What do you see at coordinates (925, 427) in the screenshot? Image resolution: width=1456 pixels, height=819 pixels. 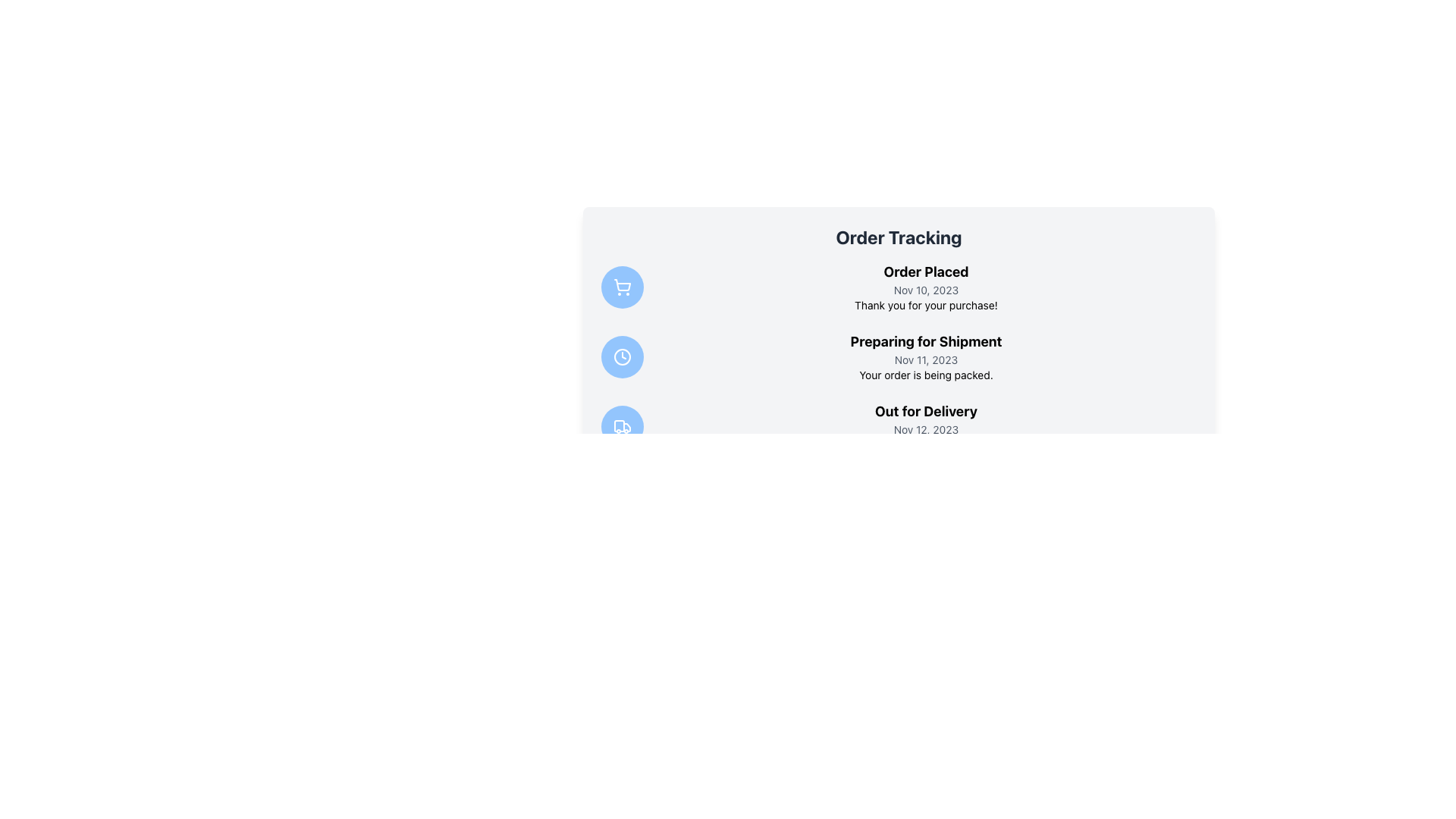 I see `delivery information from the text block indicating the courier's action and timestamp, positioned in the 'Order Tracking' section as the third block below 'Order Placed' and 'Preparing for Shipment'` at bounding box center [925, 427].